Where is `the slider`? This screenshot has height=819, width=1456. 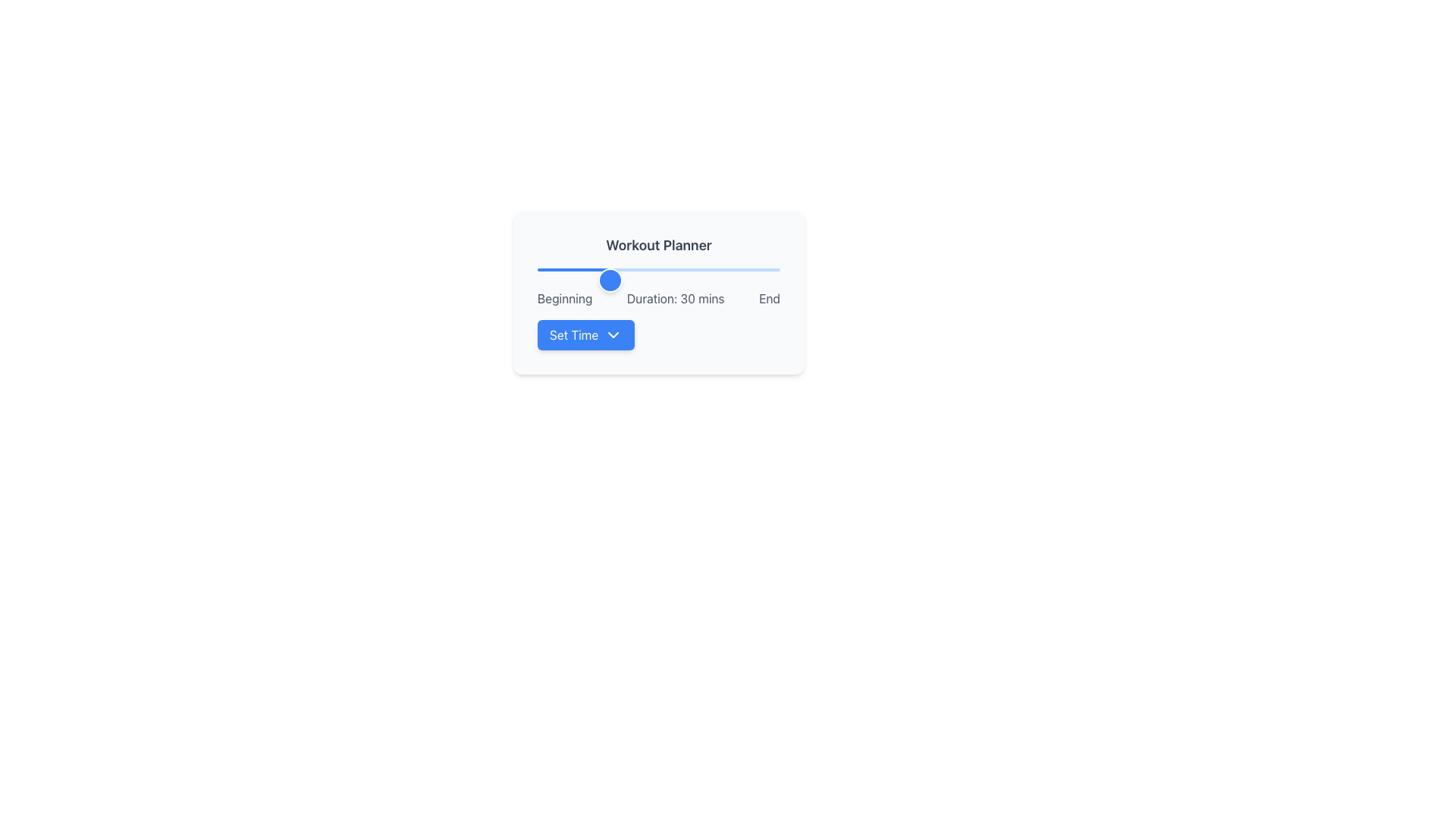
the slider is located at coordinates (765, 268).